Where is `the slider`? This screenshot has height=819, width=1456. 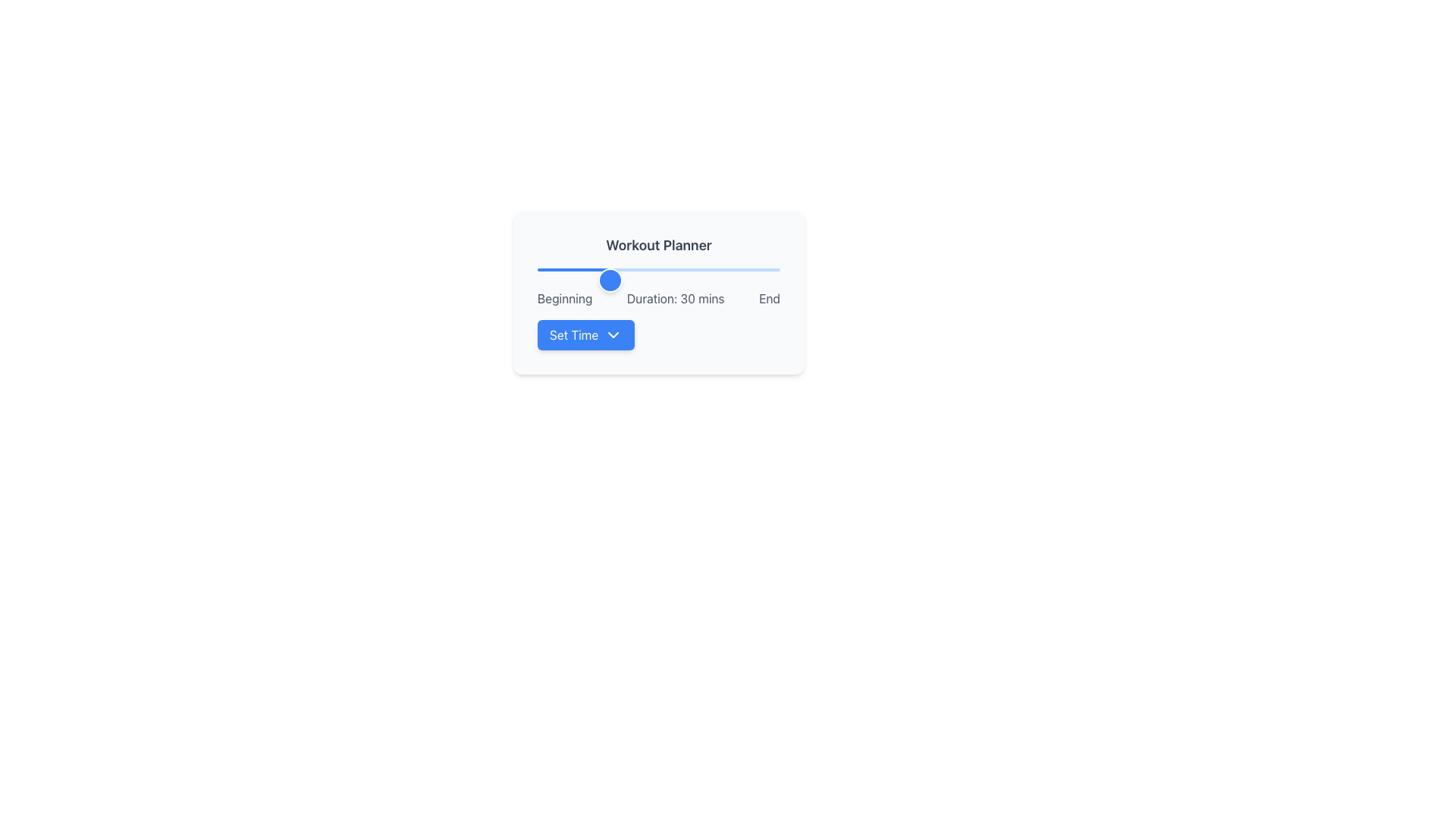
the slider is located at coordinates (765, 268).